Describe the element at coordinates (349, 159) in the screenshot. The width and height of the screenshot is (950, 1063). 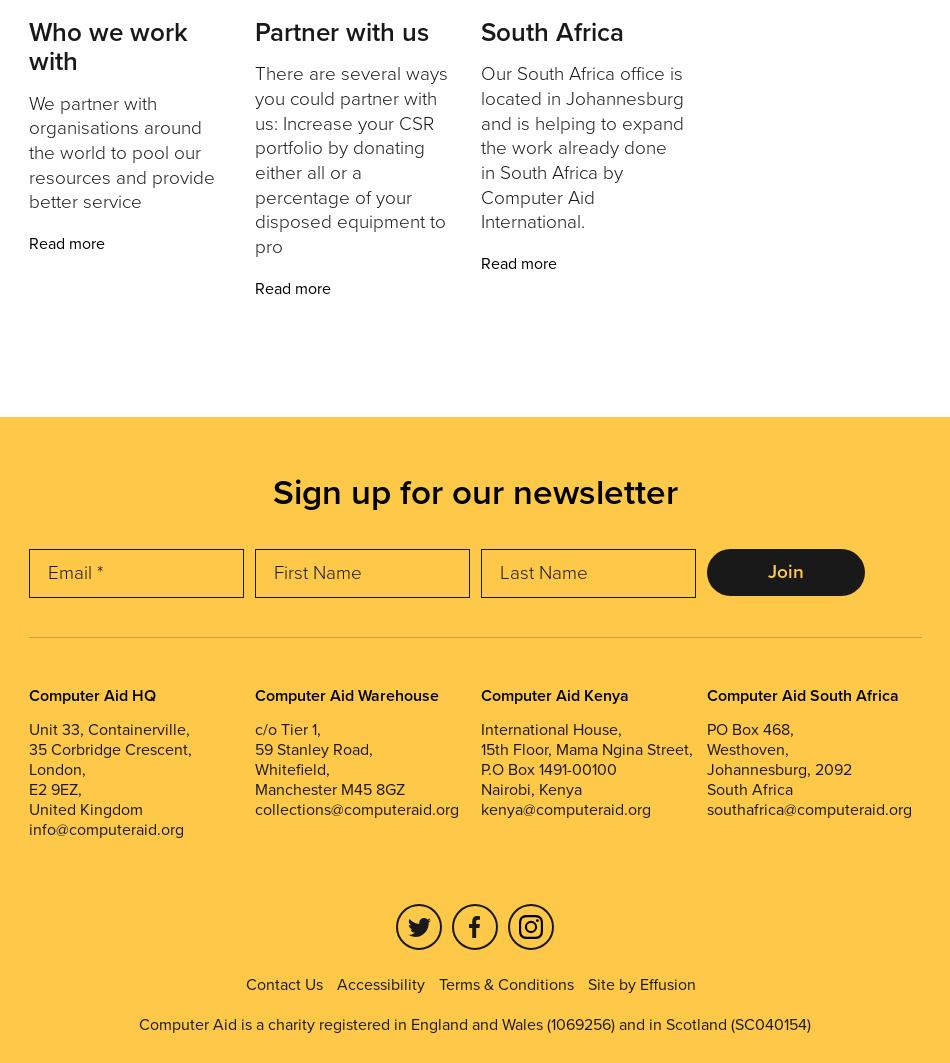
I see `'There are several ways you could partner with us: Increase your CSR portfolio by donating either all or a percentage of your disposed equipment to pro'` at that location.